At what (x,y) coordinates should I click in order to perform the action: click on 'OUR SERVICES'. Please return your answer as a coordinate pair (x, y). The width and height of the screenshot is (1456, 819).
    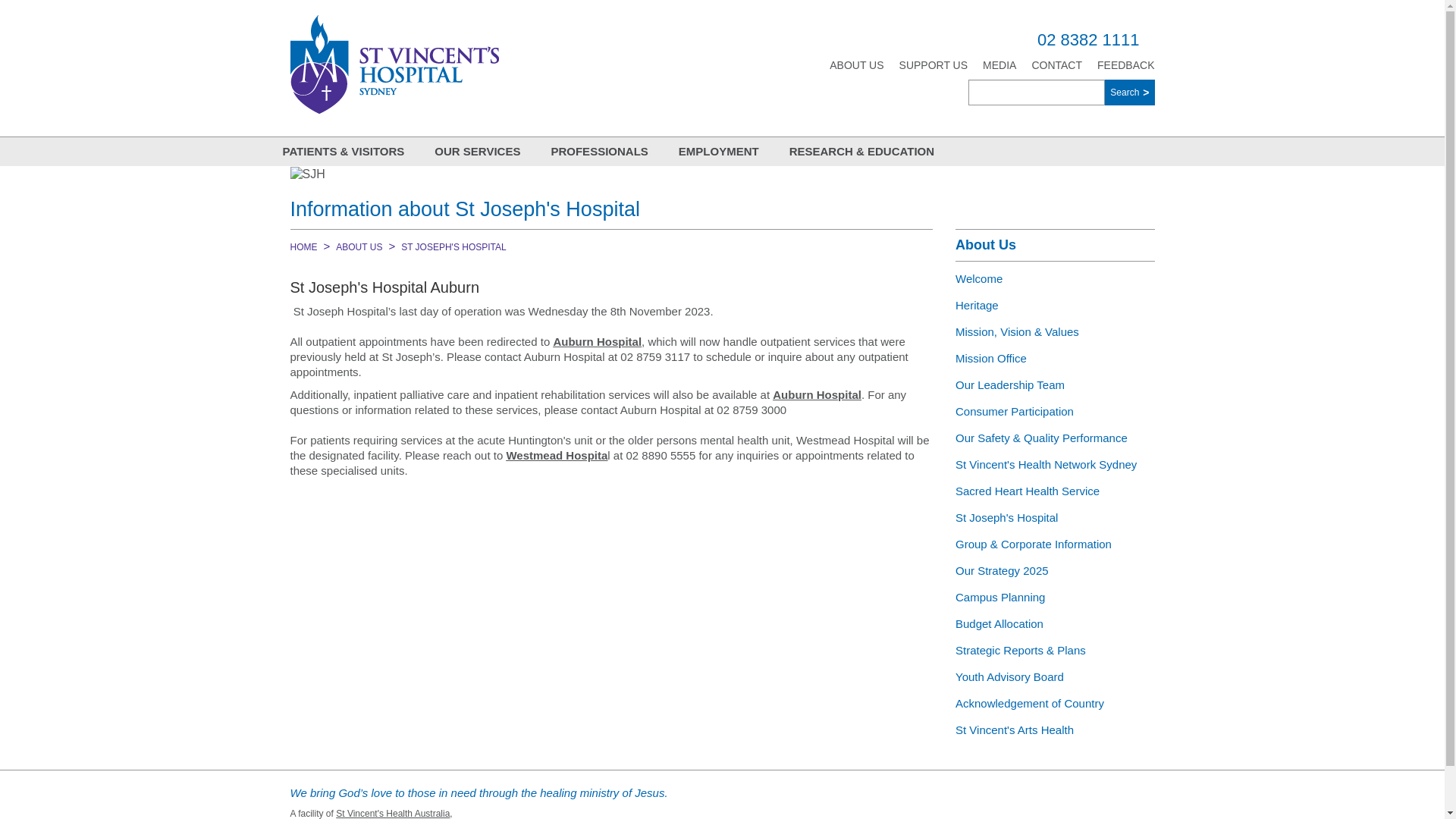
    Looking at the image, I should click on (476, 152).